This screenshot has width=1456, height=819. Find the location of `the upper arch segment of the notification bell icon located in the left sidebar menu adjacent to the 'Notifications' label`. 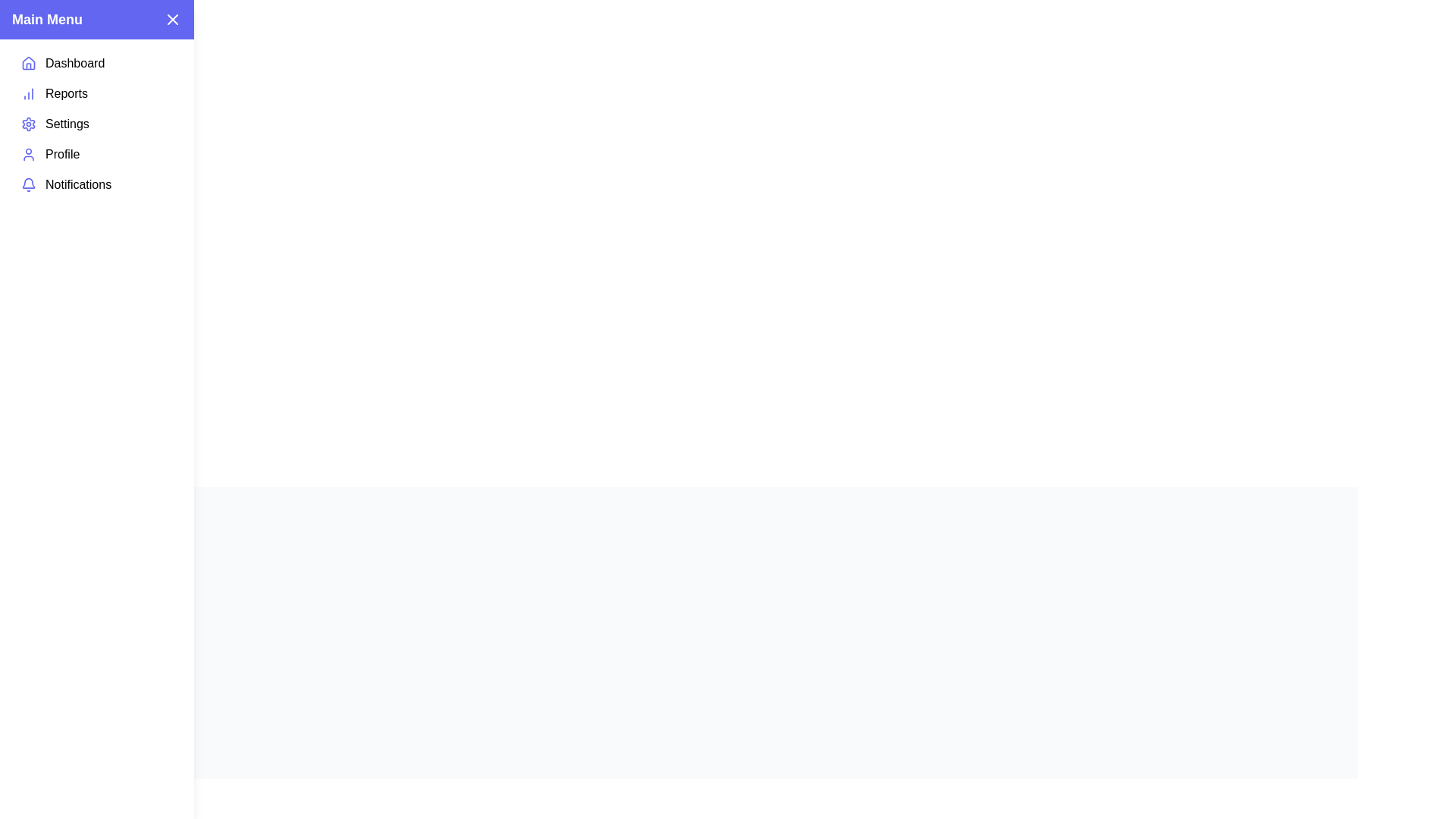

the upper arch segment of the notification bell icon located in the left sidebar menu adjacent to the 'Notifications' label is located at coordinates (29, 181).